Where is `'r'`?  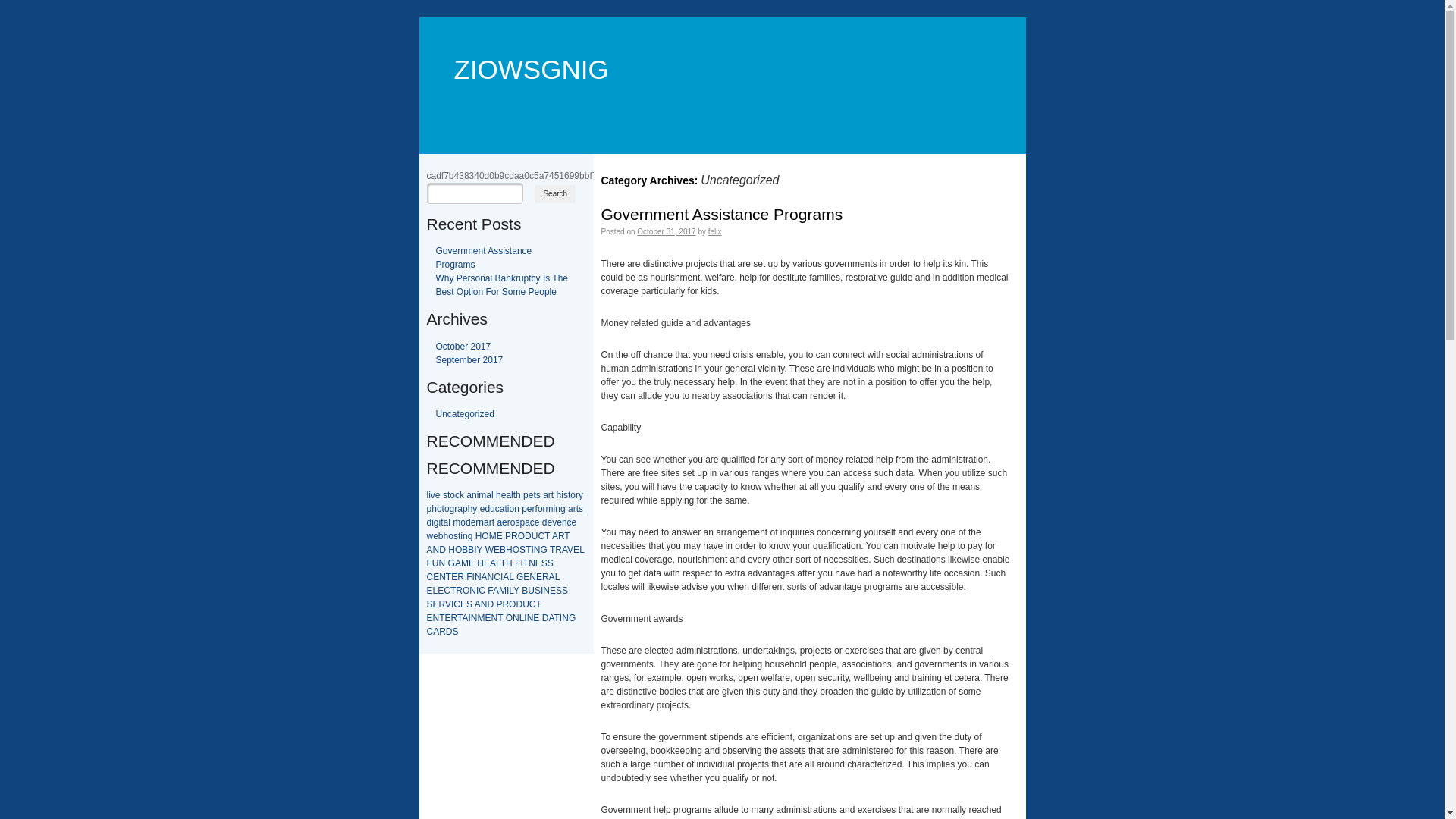
'r' is located at coordinates (548, 494).